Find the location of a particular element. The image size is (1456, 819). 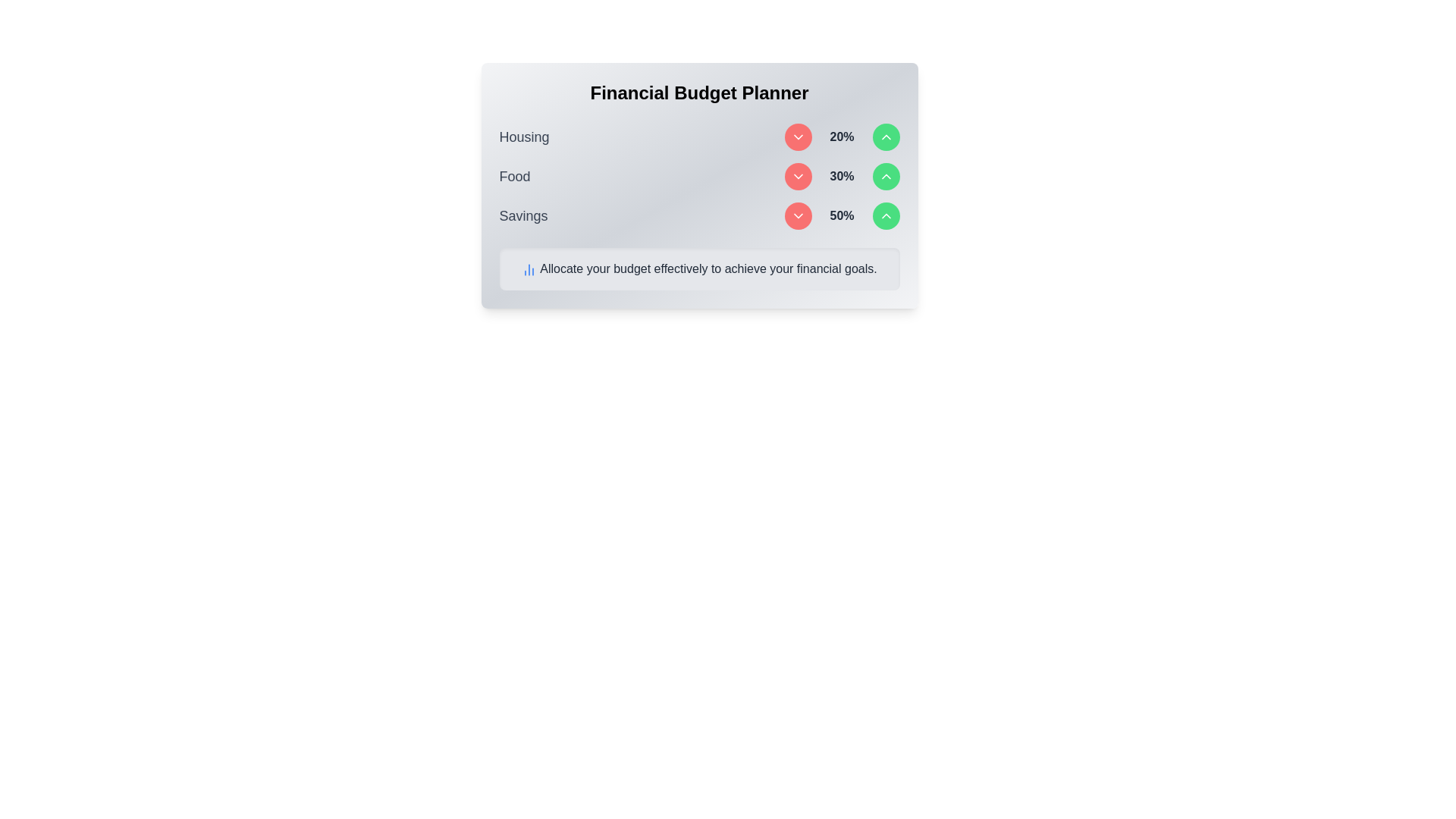

the static text displaying '20%' which is centrally located between a red circular button with a downward chevron icon and a green circular button with an upward chevron icon in the 'Housing' budget category is located at coordinates (841, 137).